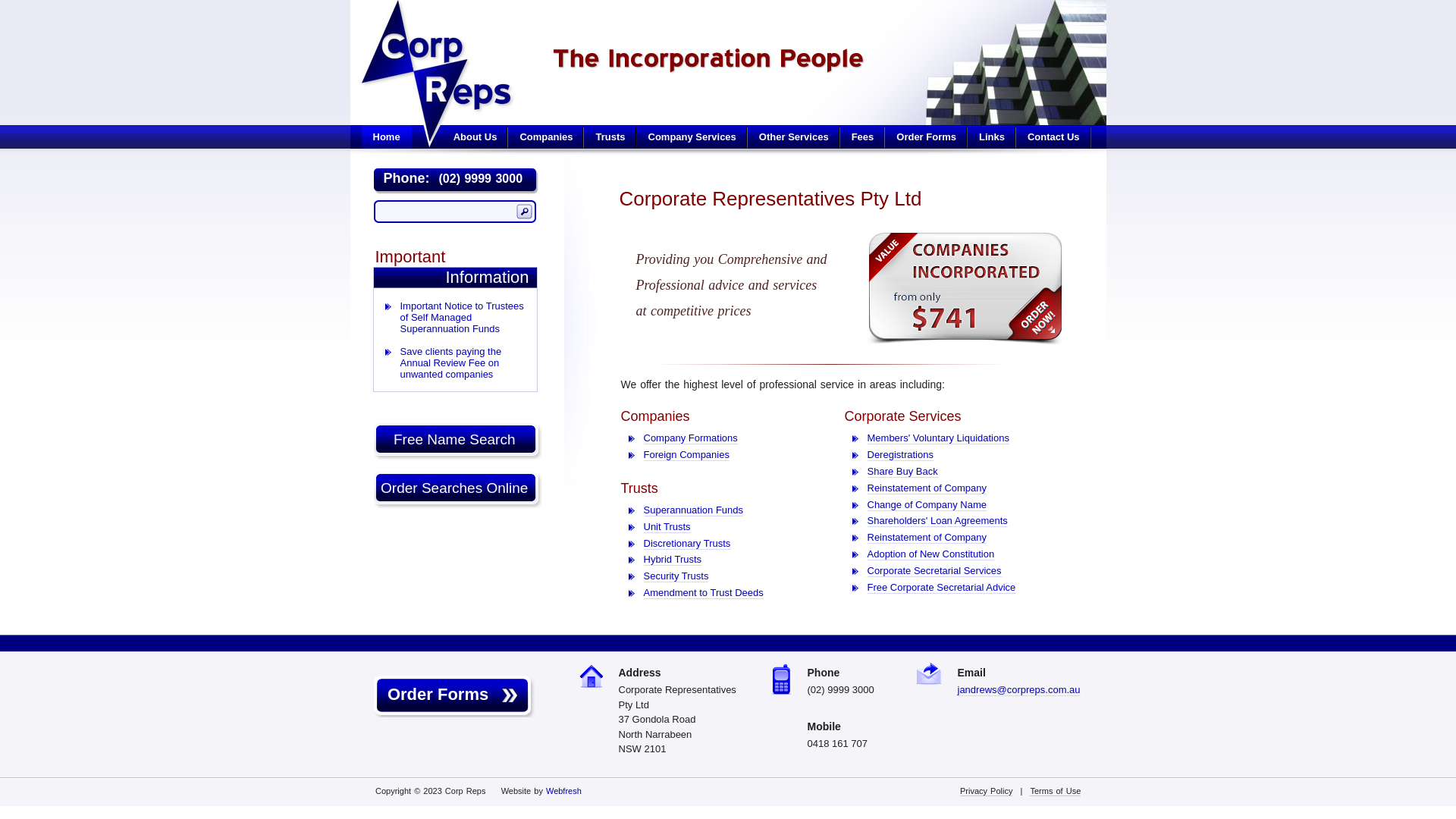 The image size is (1456, 819). Describe the element at coordinates (385, 136) in the screenshot. I see `'Home'` at that location.